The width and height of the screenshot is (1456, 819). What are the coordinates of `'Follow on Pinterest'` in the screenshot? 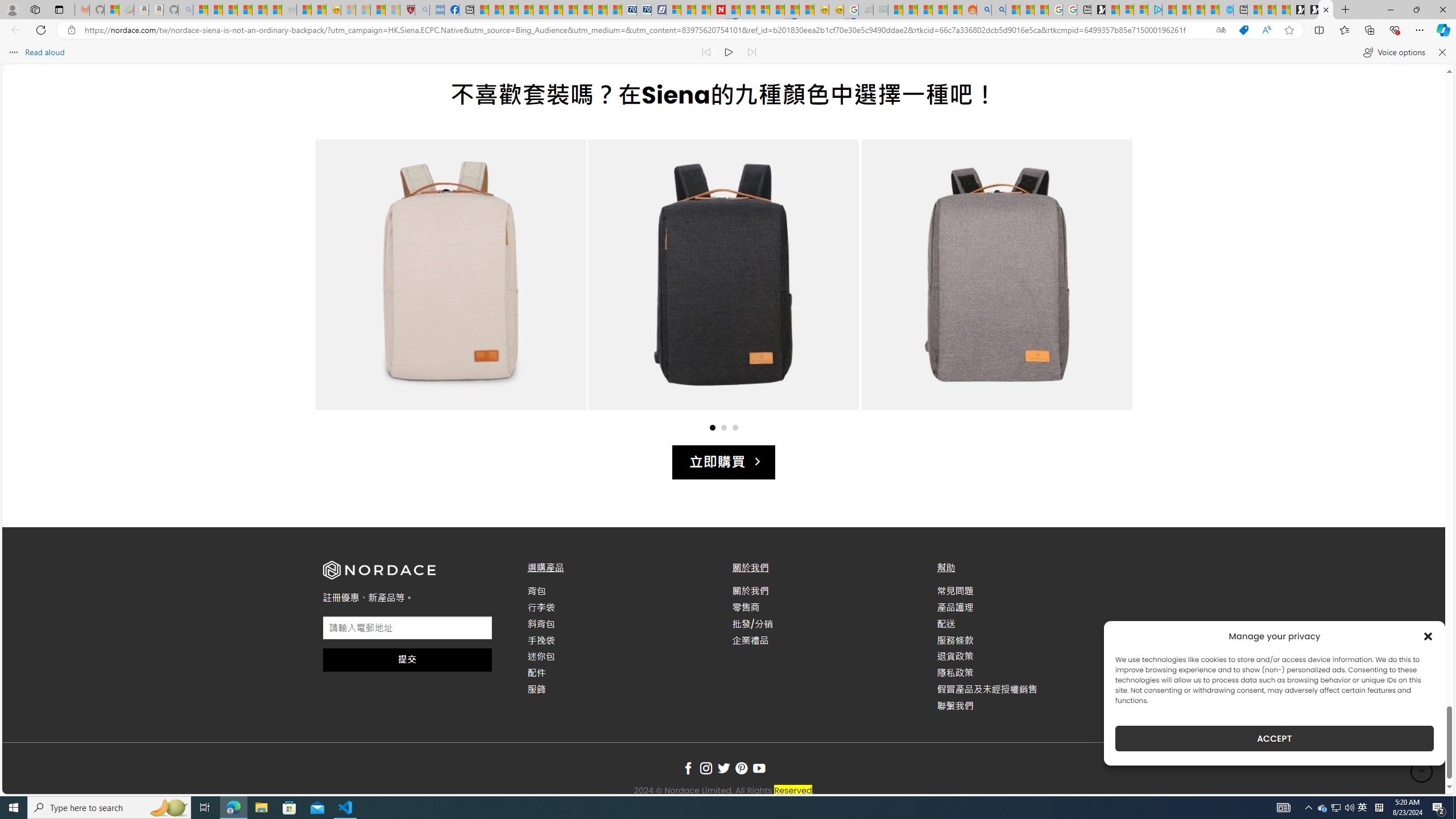 It's located at (741, 768).